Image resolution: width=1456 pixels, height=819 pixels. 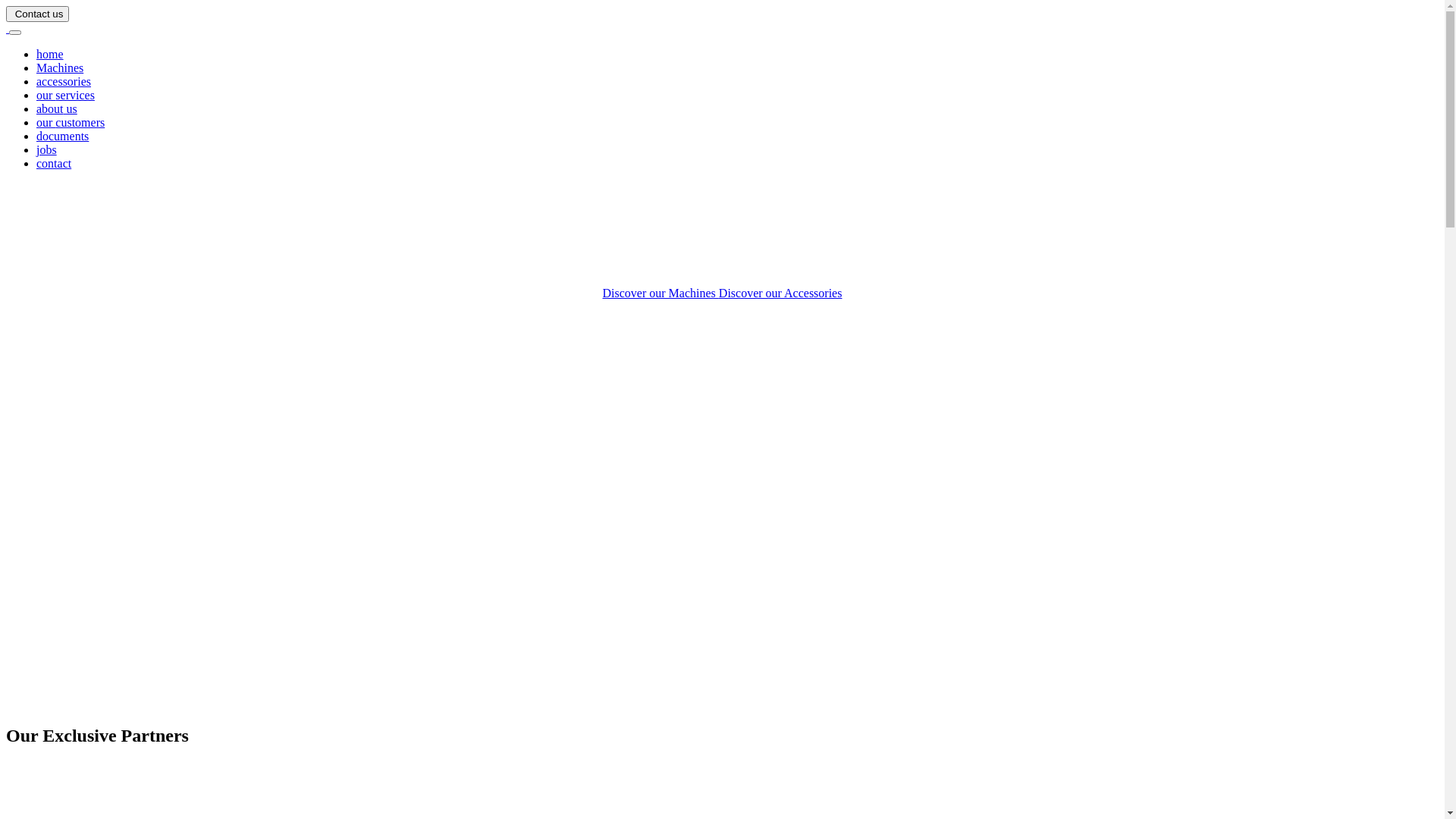 I want to click on 'our customers', so click(x=69, y=121).